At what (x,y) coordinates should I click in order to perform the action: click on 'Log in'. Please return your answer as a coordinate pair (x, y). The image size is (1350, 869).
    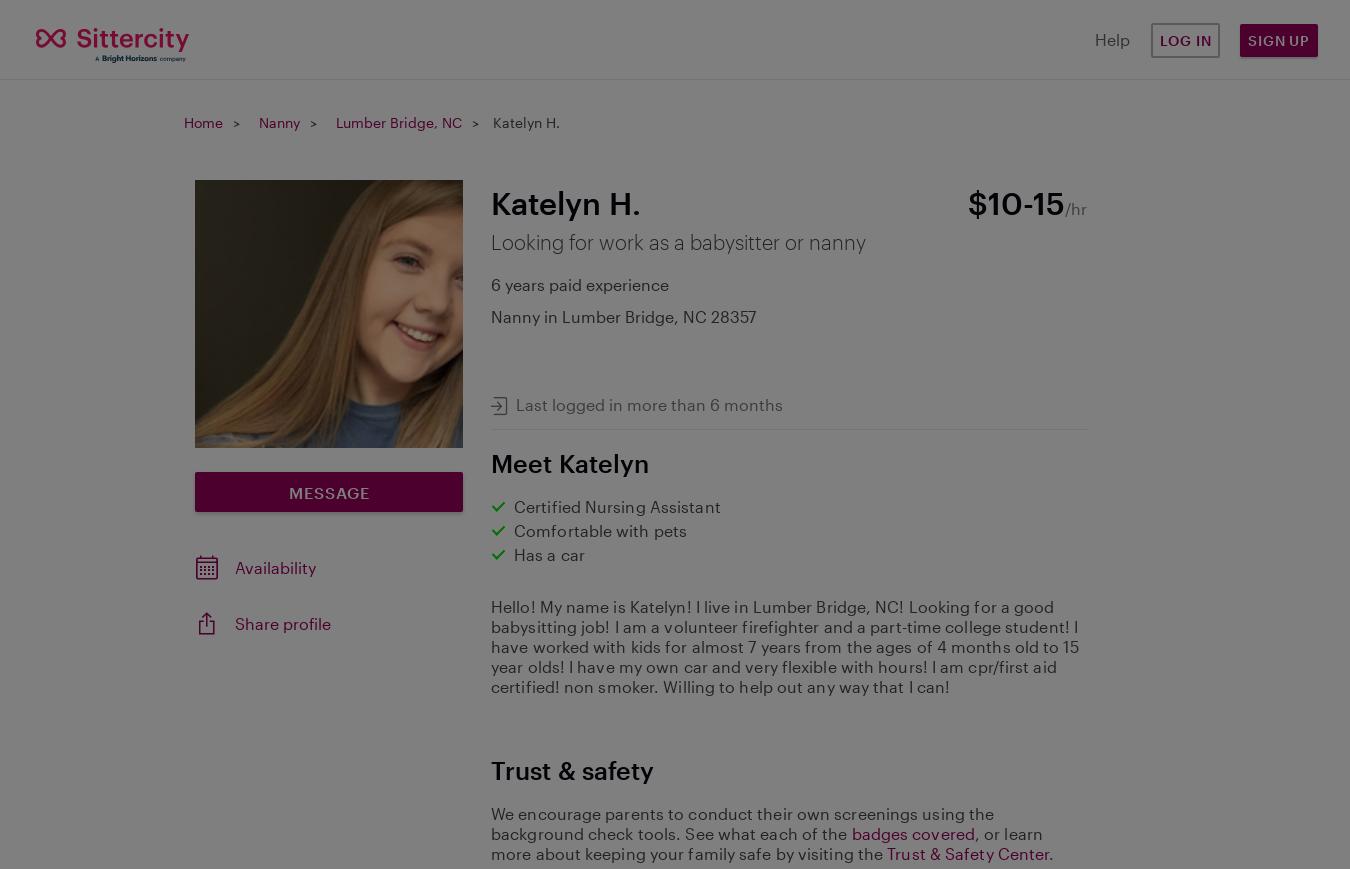
    Looking at the image, I should click on (1157, 38).